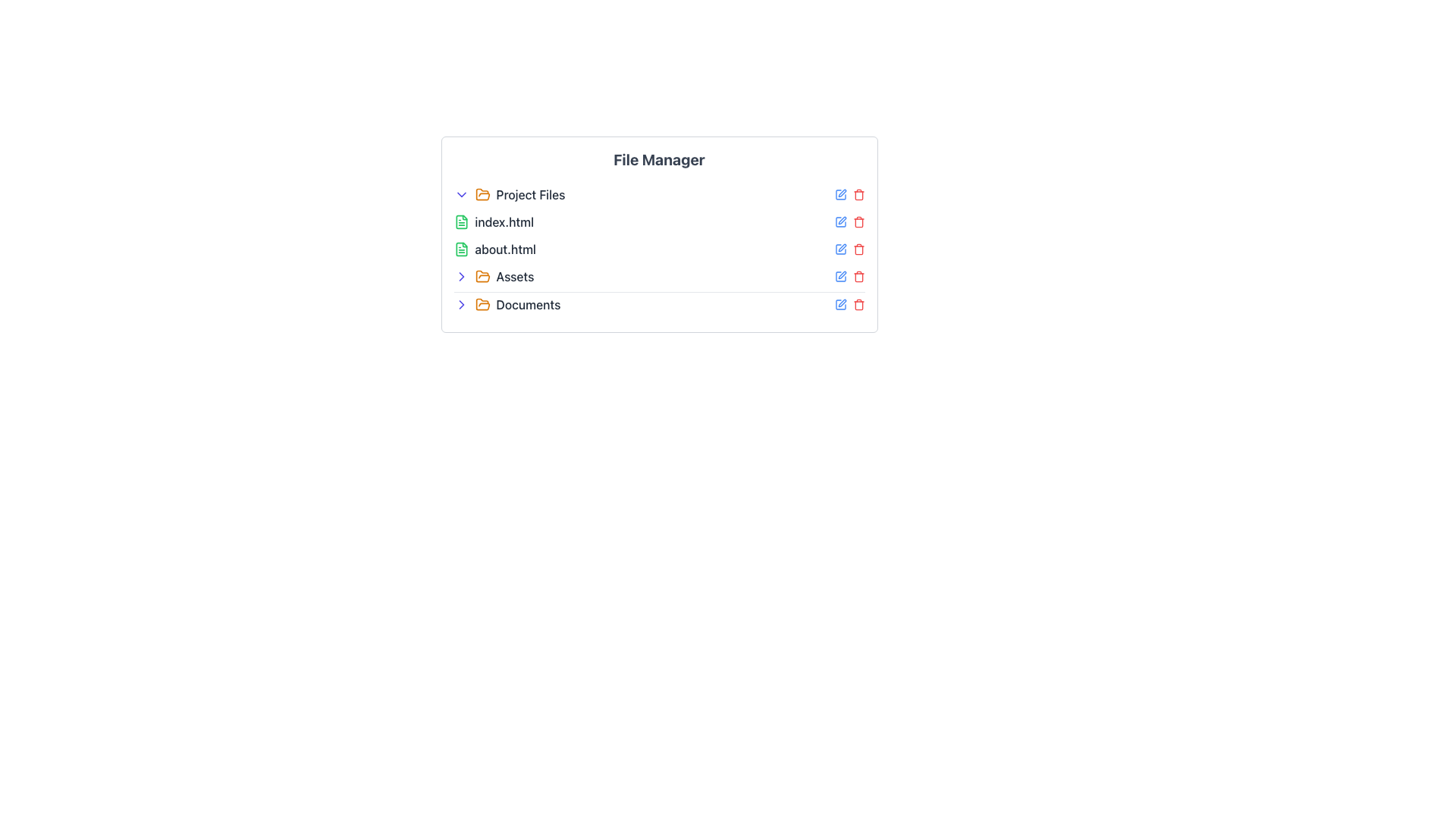 This screenshot has height=819, width=1456. What do you see at coordinates (858, 194) in the screenshot?
I see `the red trash icon button located at the top-right corner of the first row in the File Manager table` at bounding box center [858, 194].